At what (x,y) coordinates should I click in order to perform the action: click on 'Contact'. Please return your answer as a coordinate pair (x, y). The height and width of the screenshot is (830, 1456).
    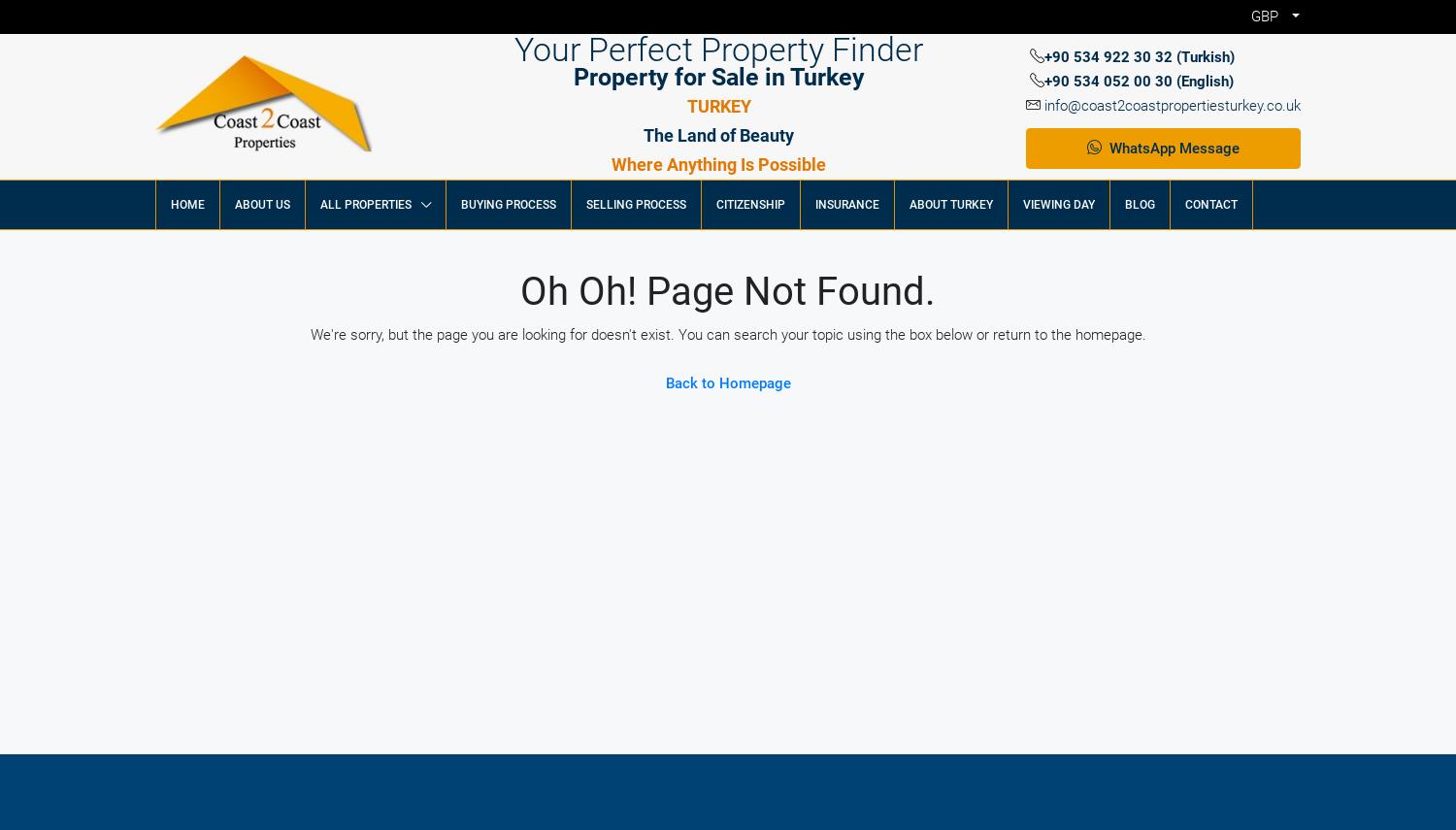
    Looking at the image, I should click on (1210, 205).